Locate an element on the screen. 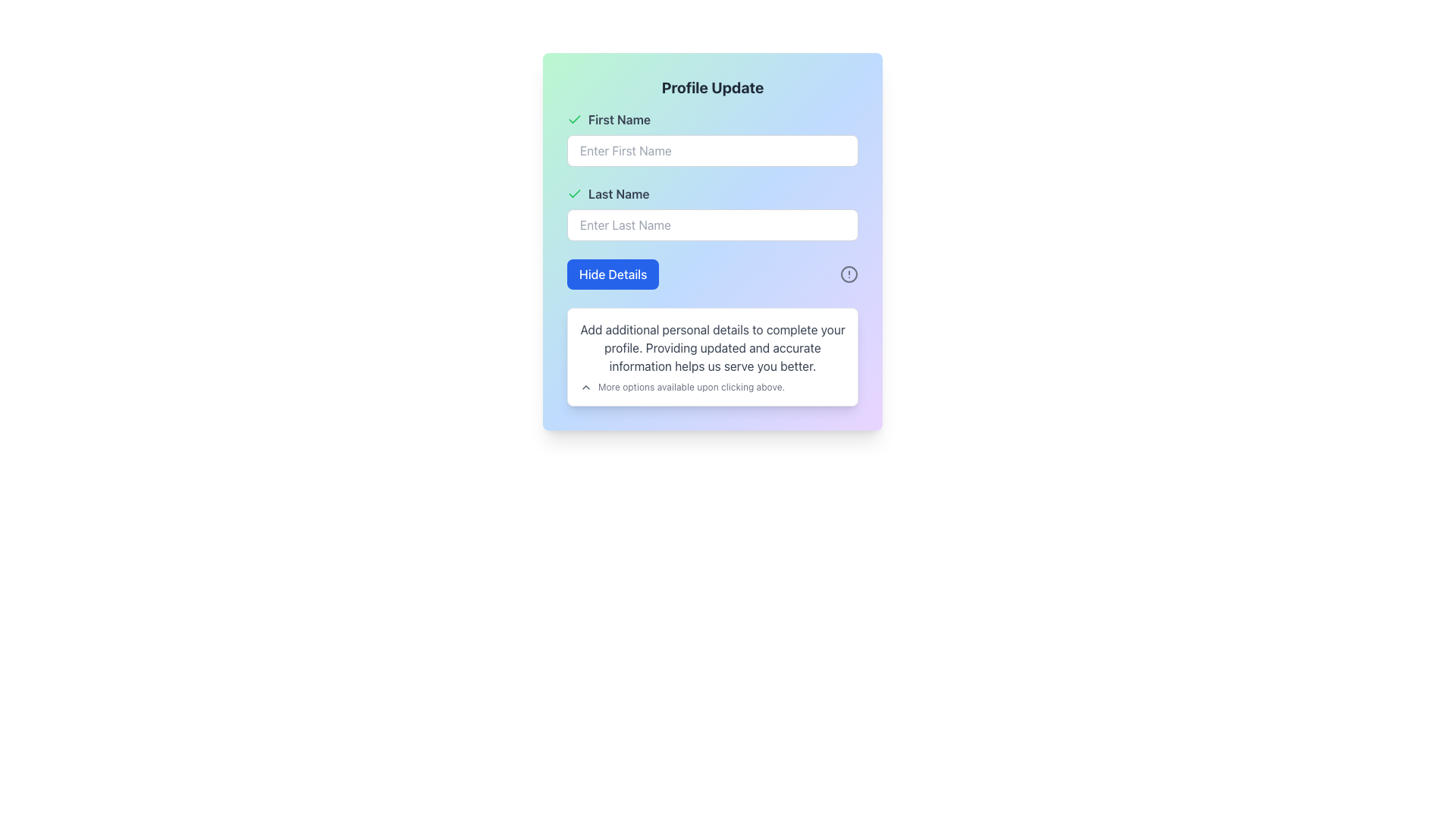 Image resolution: width=1456 pixels, height=819 pixels. the checkmark icon styled with a green stroke located to the left of the 'Last Name' label is located at coordinates (574, 118).